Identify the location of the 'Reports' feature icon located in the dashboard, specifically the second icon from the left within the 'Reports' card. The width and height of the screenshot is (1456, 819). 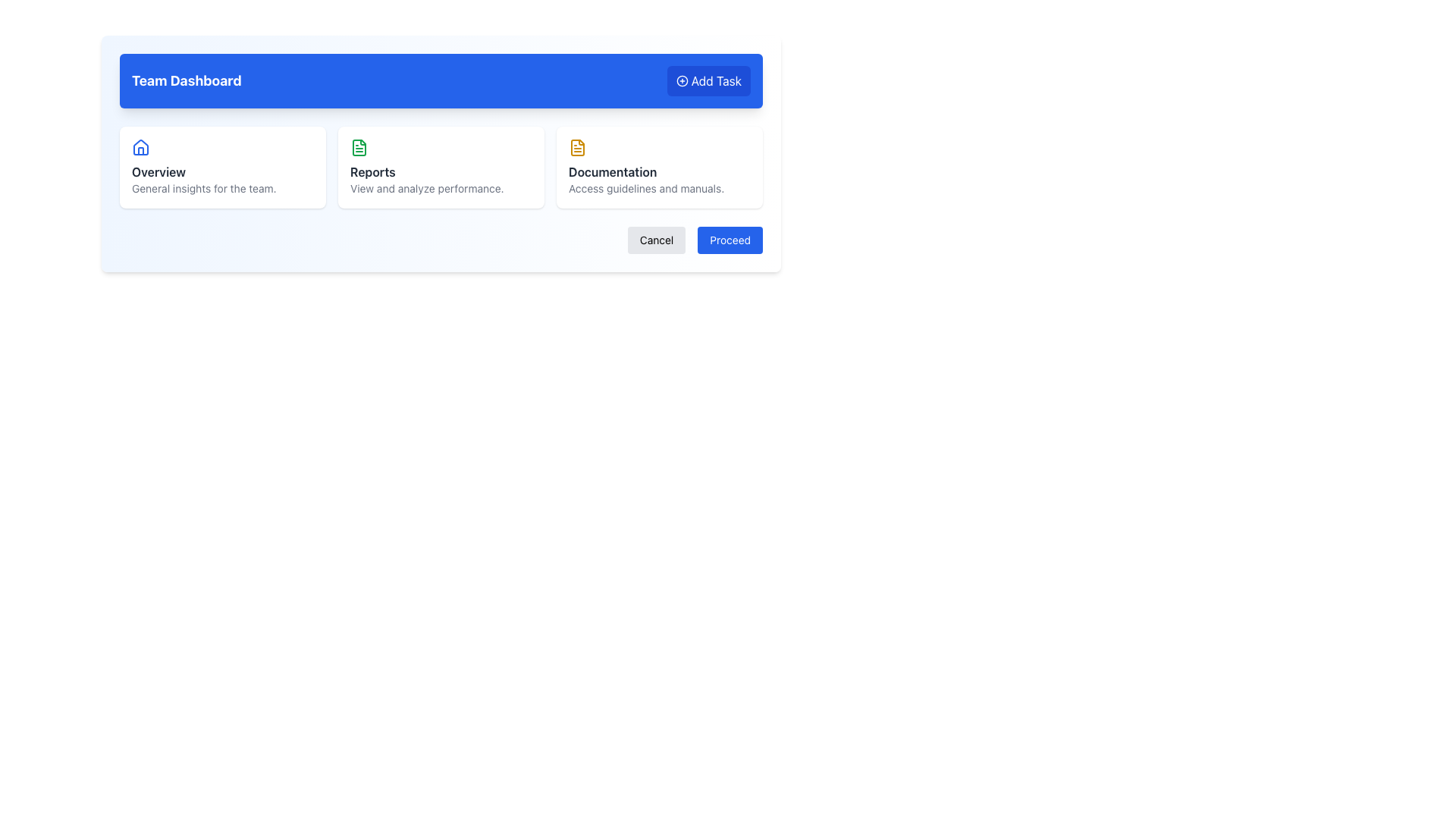
(359, 148).